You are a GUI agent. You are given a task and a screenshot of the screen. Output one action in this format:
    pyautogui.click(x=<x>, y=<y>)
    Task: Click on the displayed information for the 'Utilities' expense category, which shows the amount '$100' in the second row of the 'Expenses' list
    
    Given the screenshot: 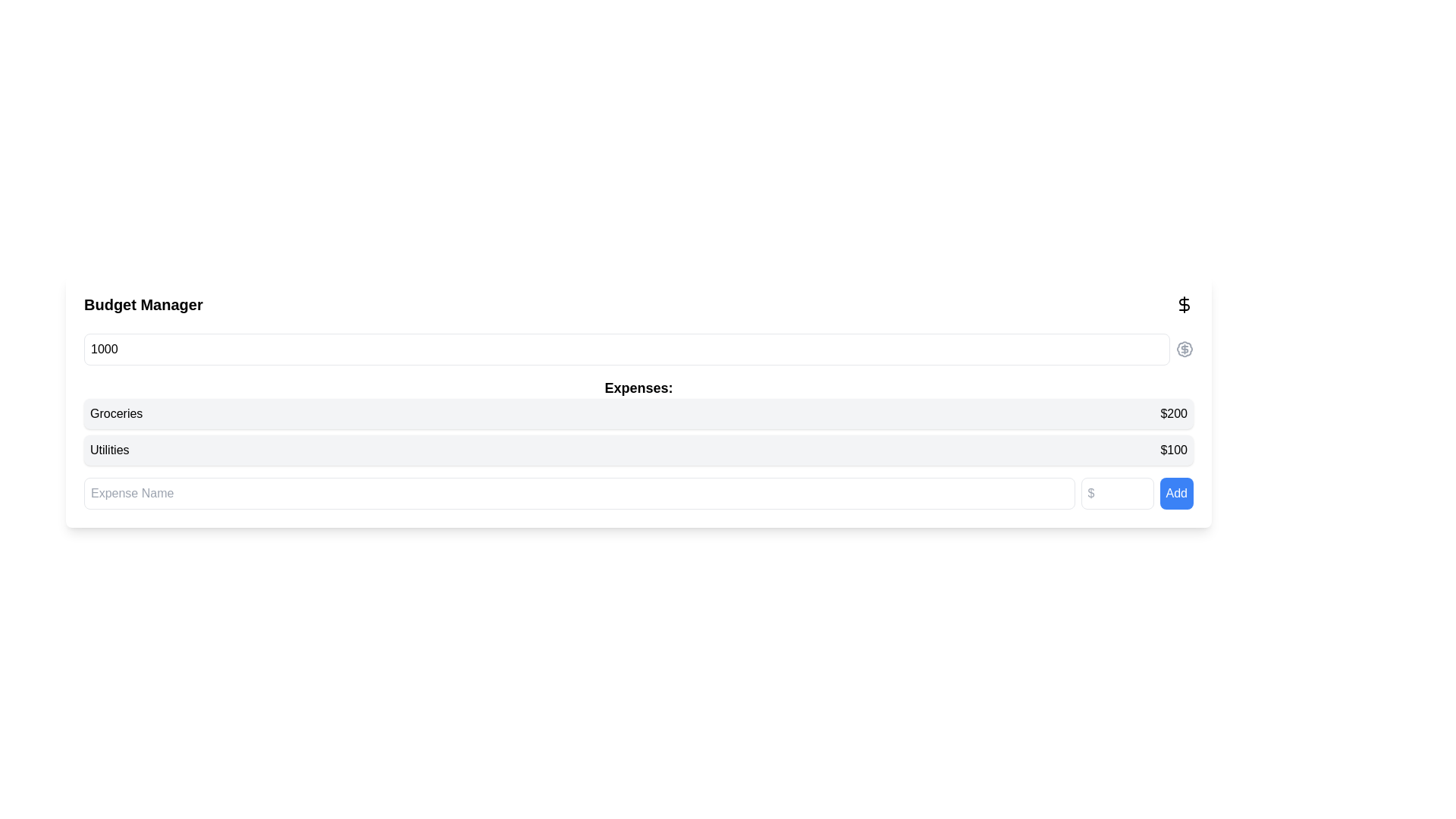 What is the action you would take?
    pyautogui.click(x=639, y=450)
    